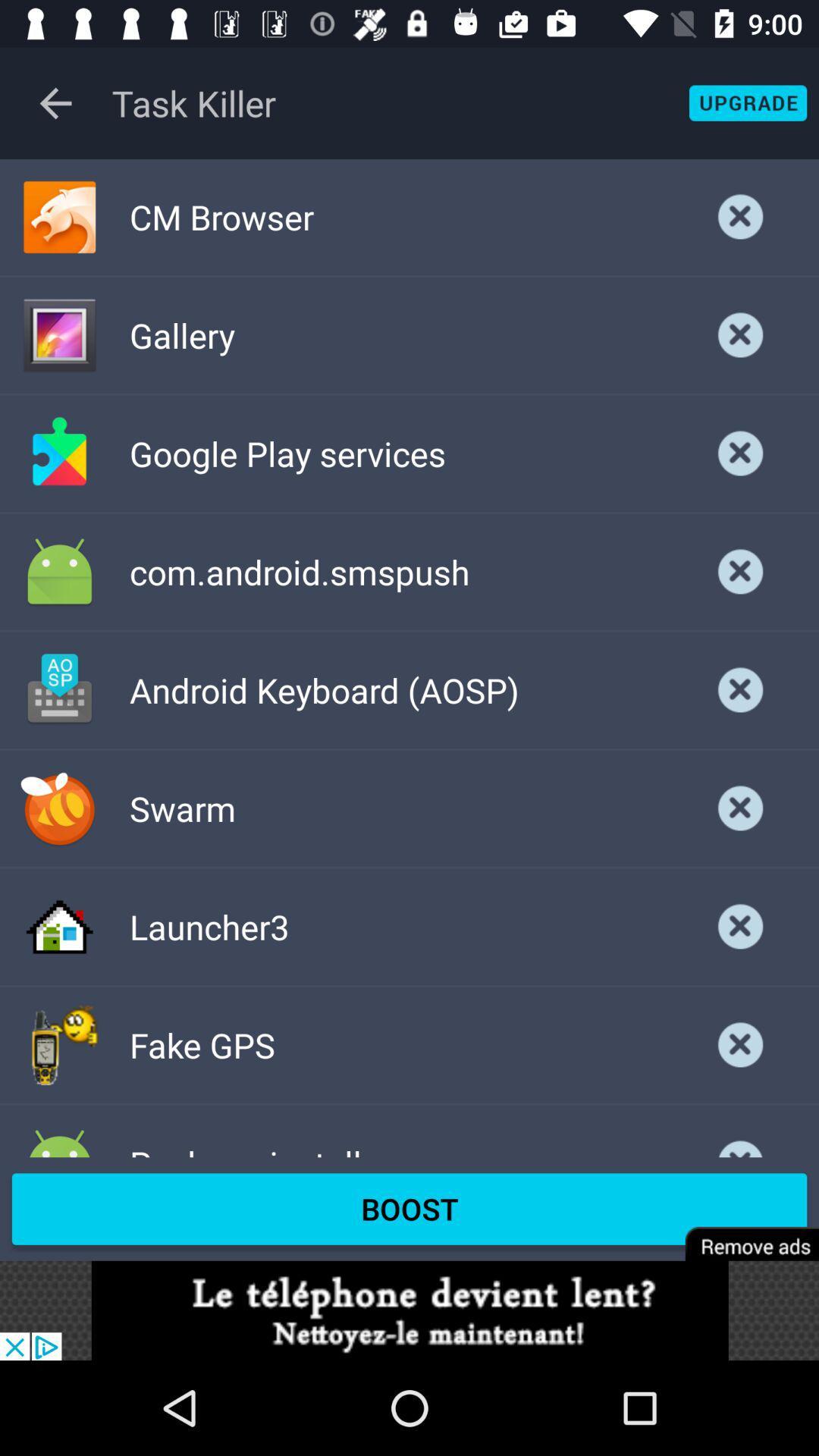 Image resolution: width=819 pixels, height=1456 pixels. What do you see at coordinates (740, 571) in the screenshot?
I see `install button` at bounding box center [740, 571].